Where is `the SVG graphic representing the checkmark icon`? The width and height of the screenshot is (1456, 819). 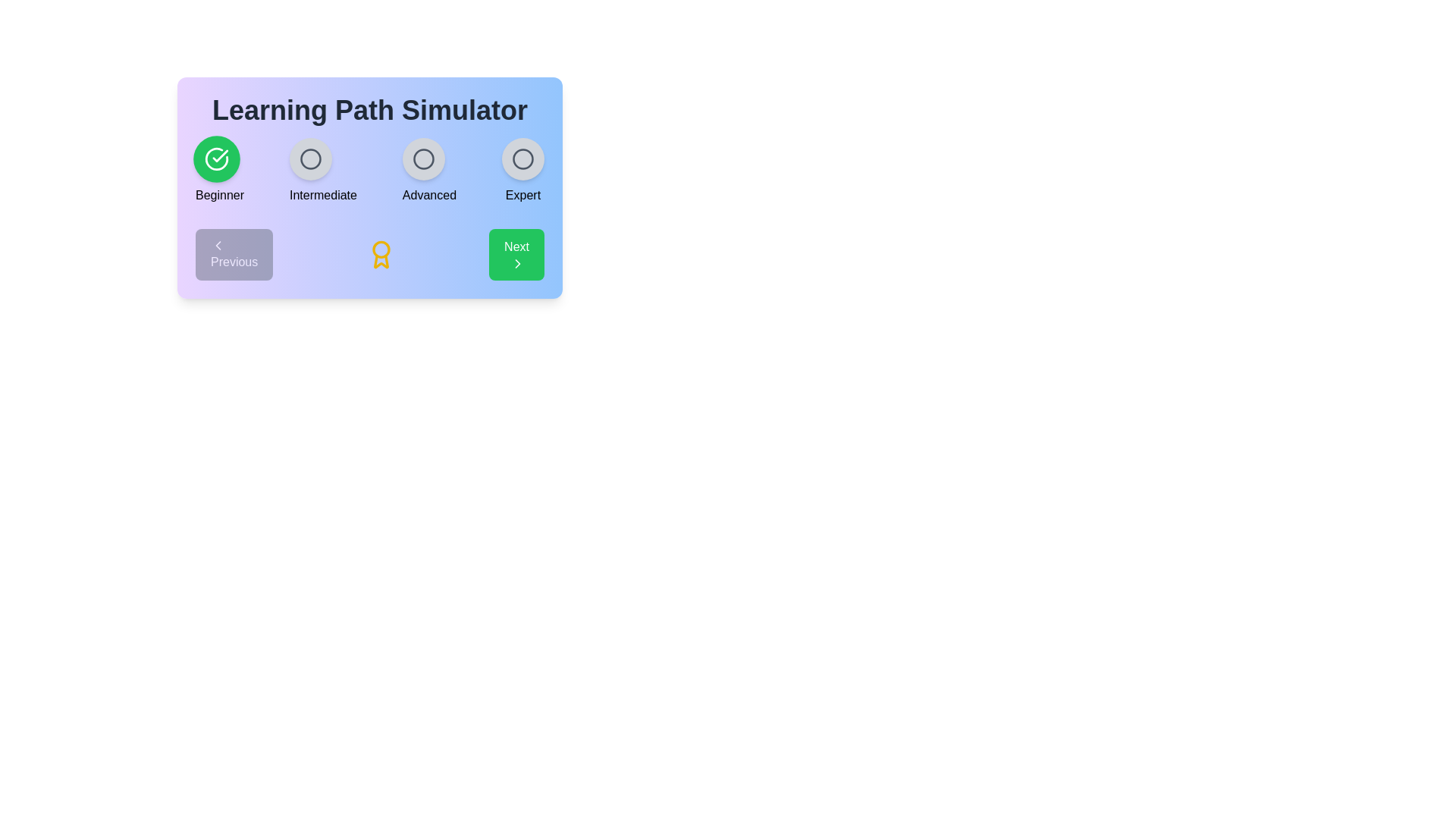
the SVG graphic representing the checkmark icon is located at coordinates (216, 158).